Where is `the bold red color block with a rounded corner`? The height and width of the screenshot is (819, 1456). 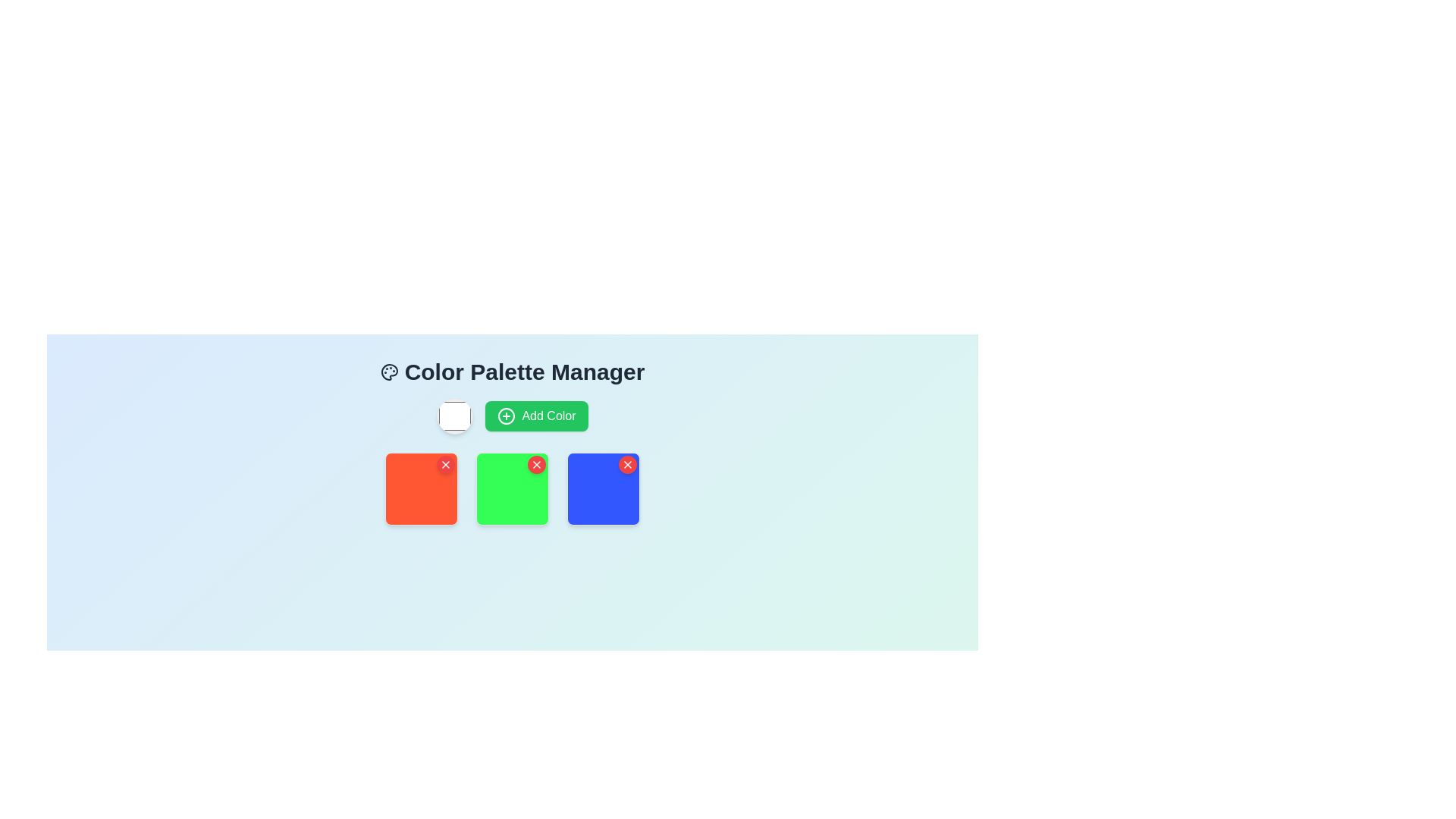
the bold red color block with a rounded corner is located at coordinates (422, 488).